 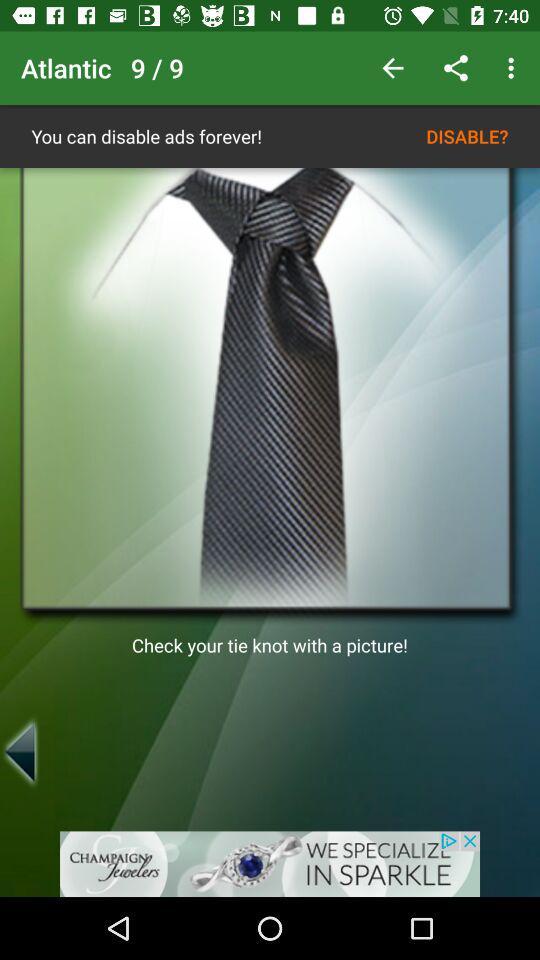 I want to click on click on advertisement, so click(x=270, y=863).